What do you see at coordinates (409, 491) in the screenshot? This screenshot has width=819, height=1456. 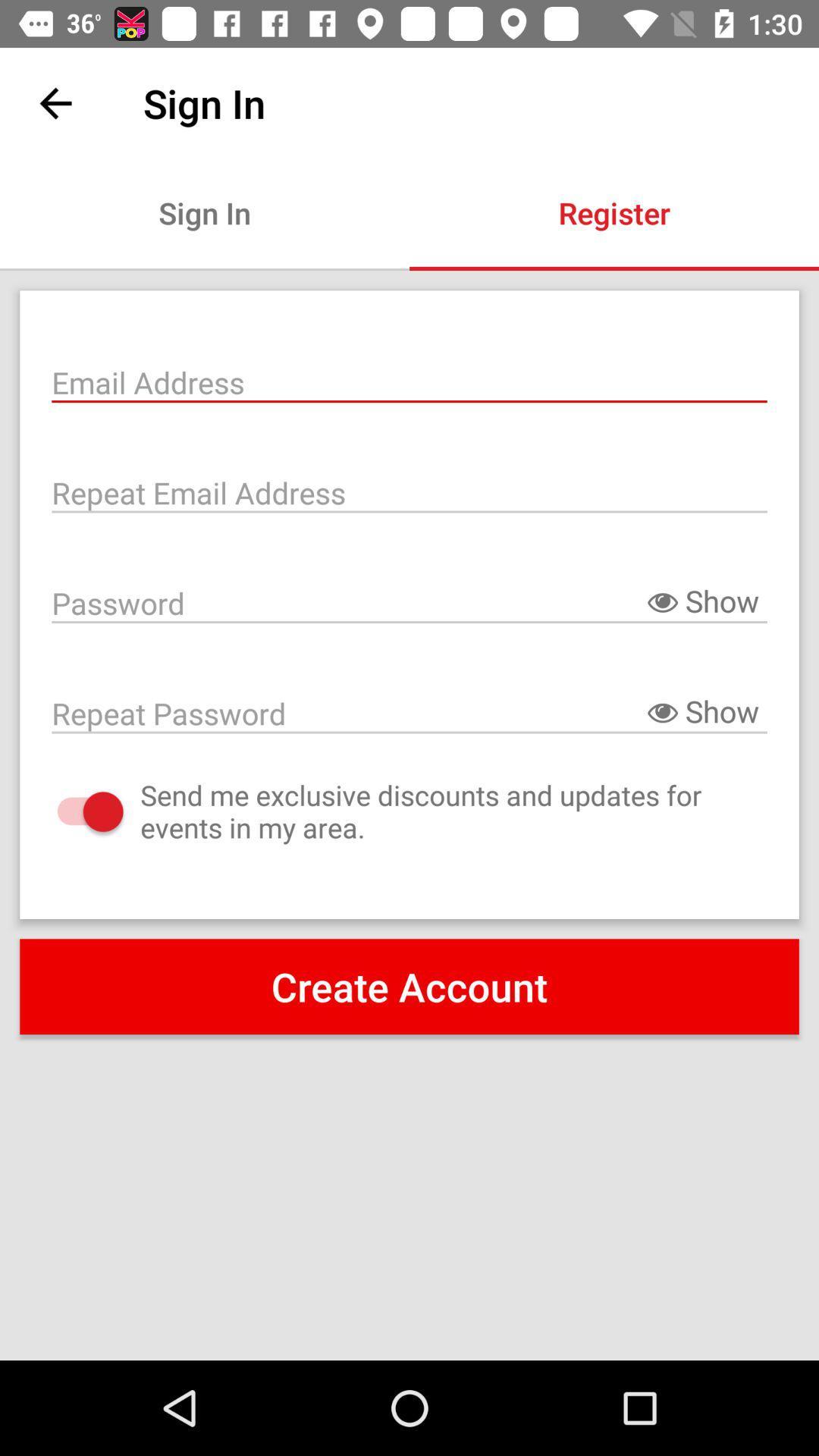 I see `re-enter email address` at bounding box center [409, 491].